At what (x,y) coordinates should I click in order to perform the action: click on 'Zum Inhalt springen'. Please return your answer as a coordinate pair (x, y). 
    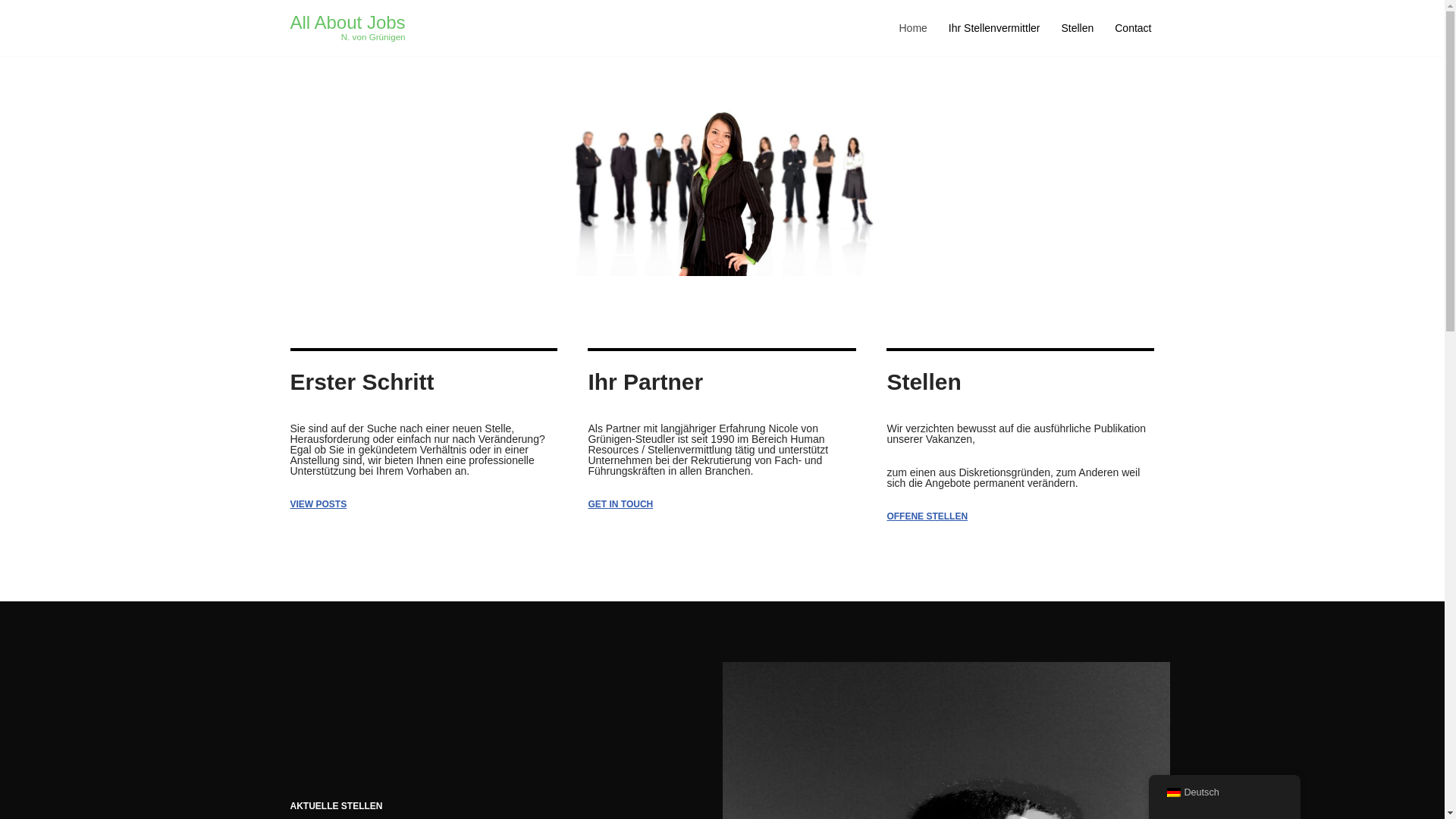
    Looking at the image, I should click on (0, 32).